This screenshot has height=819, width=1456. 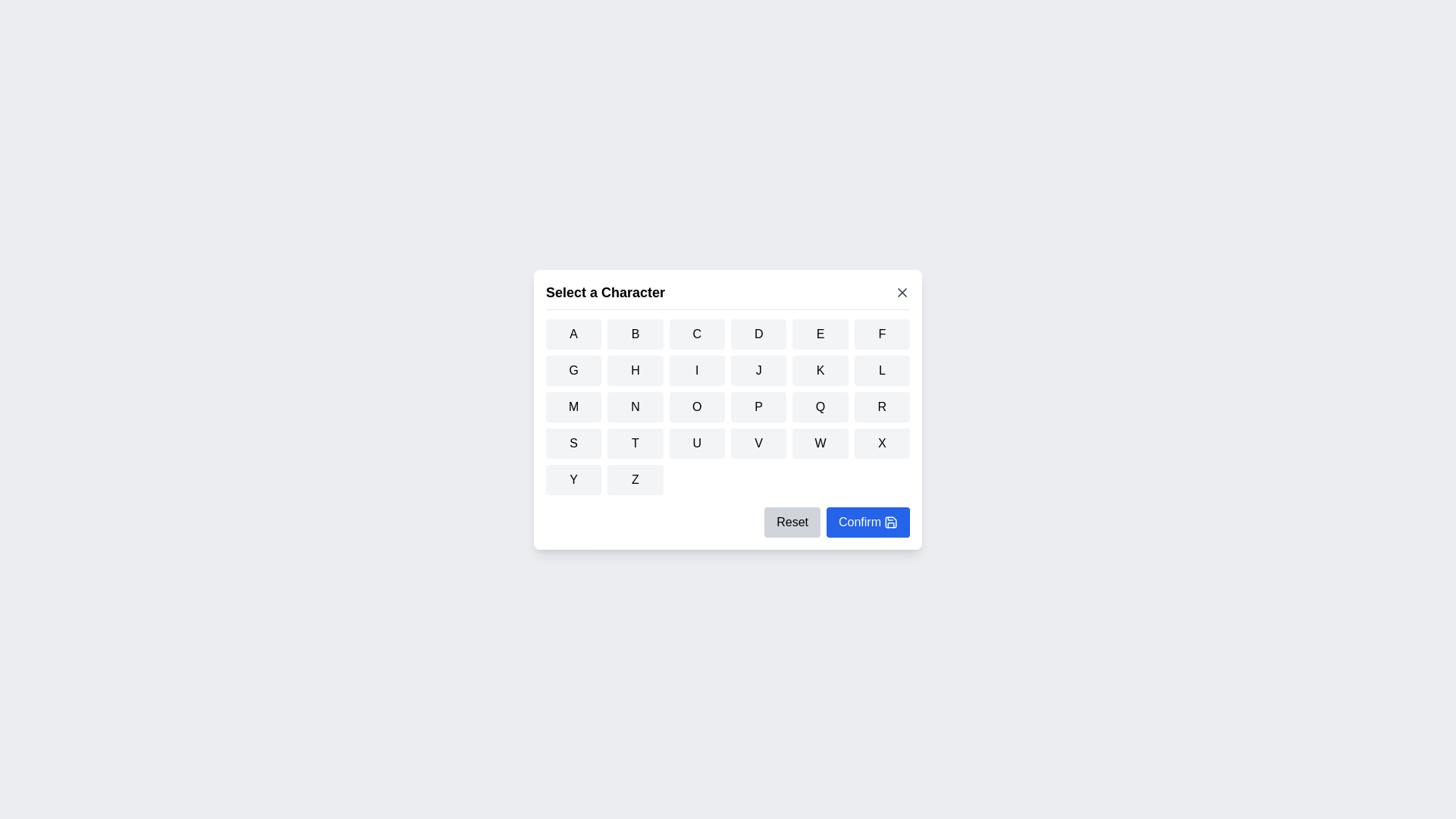 What do you see at coordinates (819, 332) in the screenshot?
I see `the button corresponding to the character E to select it` at bounding box center [819, 332].